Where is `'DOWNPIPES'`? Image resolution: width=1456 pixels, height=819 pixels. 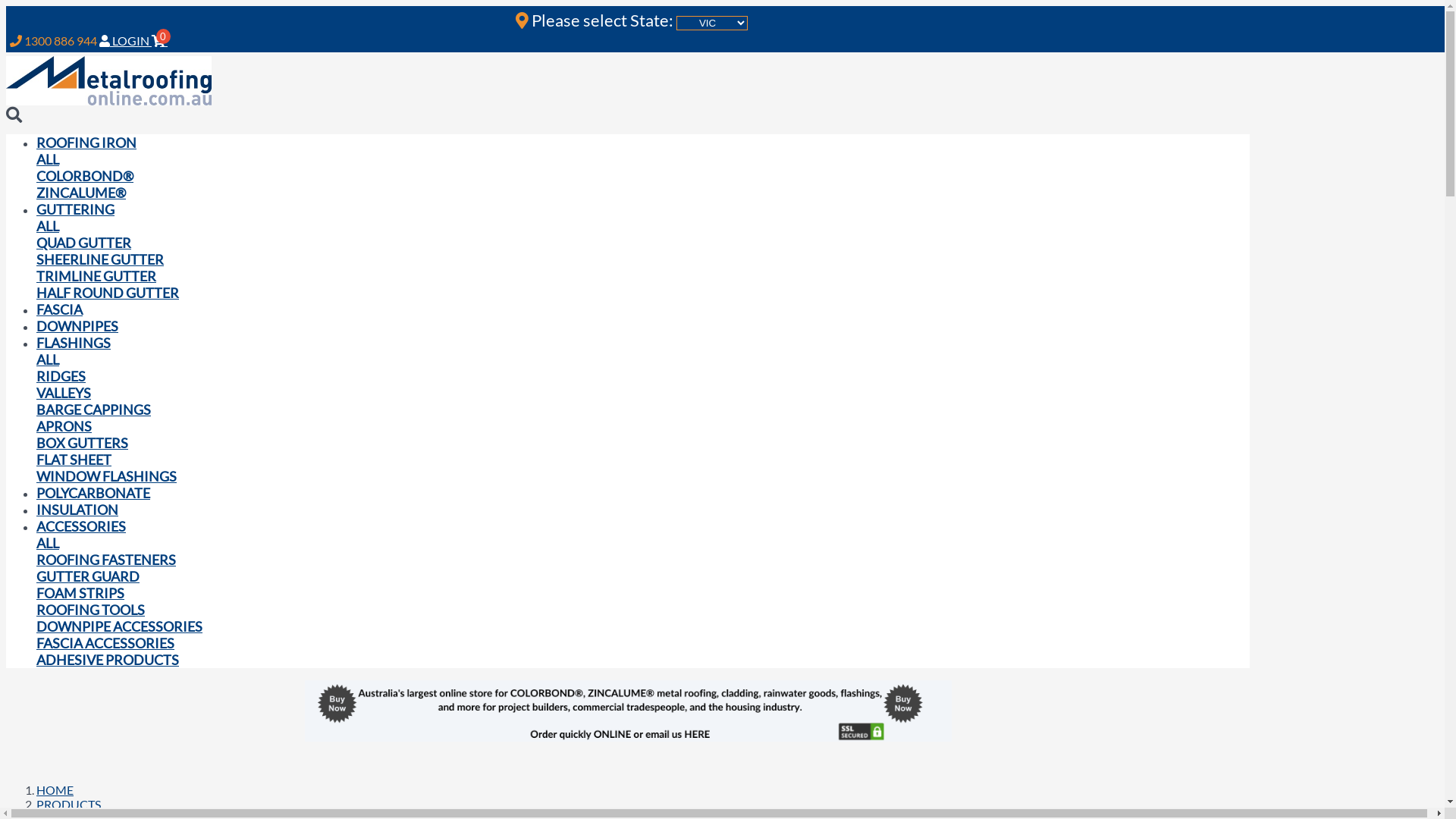
'DOWNPIPES' is located at coordinates (76, 325).